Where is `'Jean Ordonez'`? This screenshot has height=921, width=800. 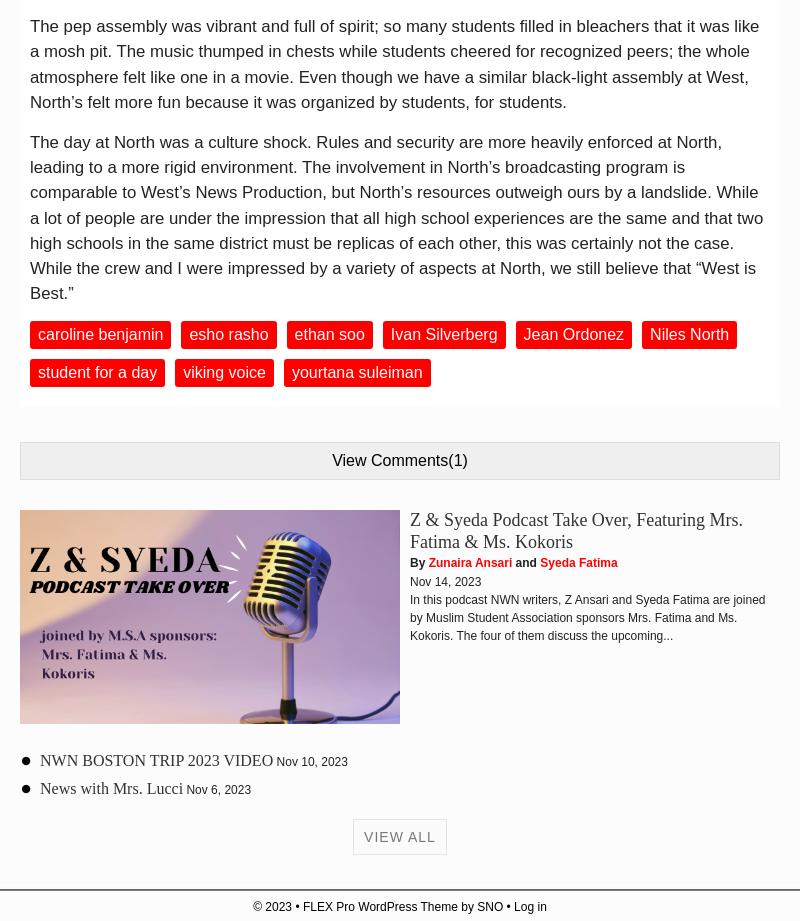
'Jean Ordonez' is located at coordinates (572, 334).